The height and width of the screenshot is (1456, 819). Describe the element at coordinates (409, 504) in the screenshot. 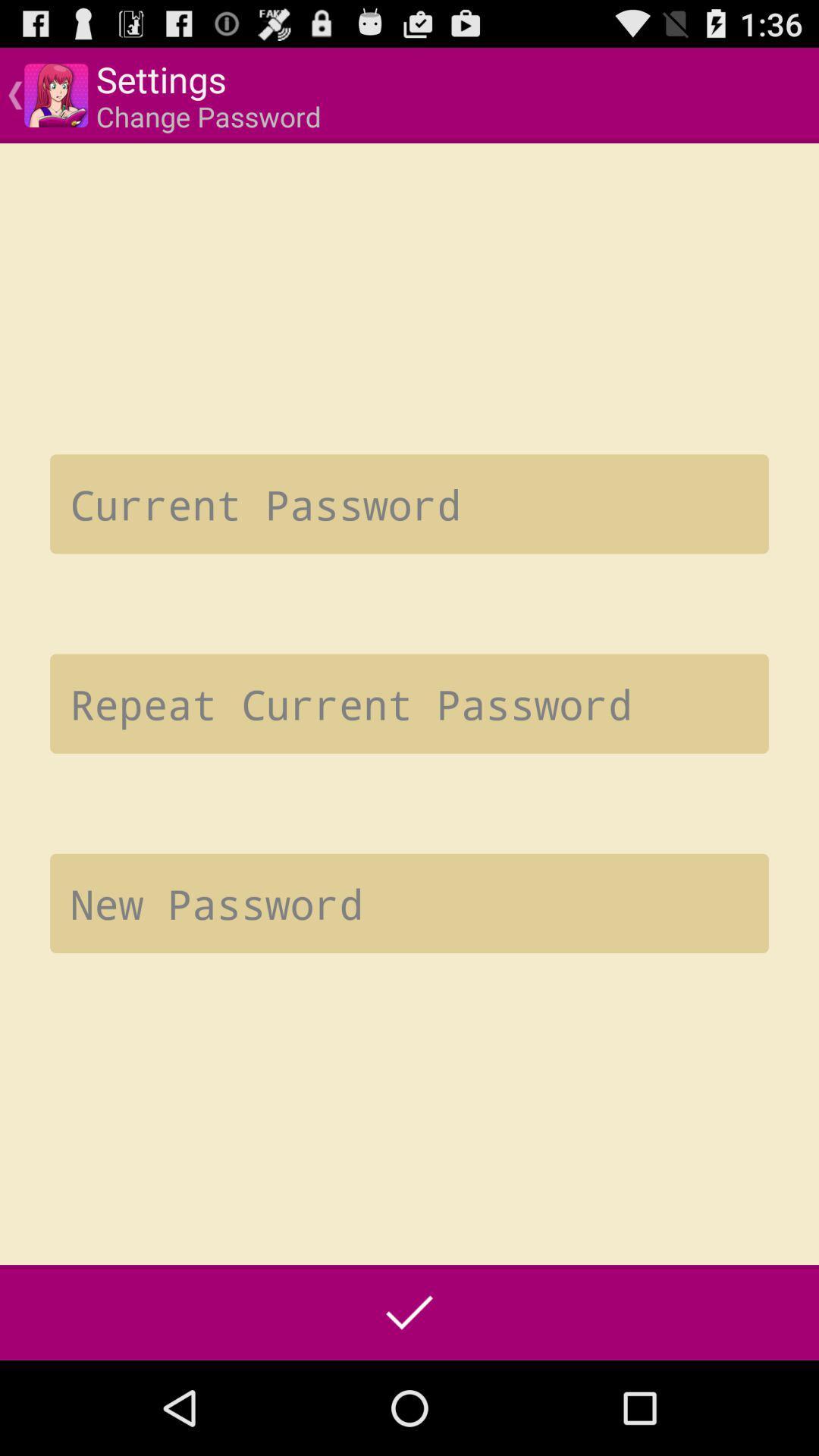

I see `current password` at that location.